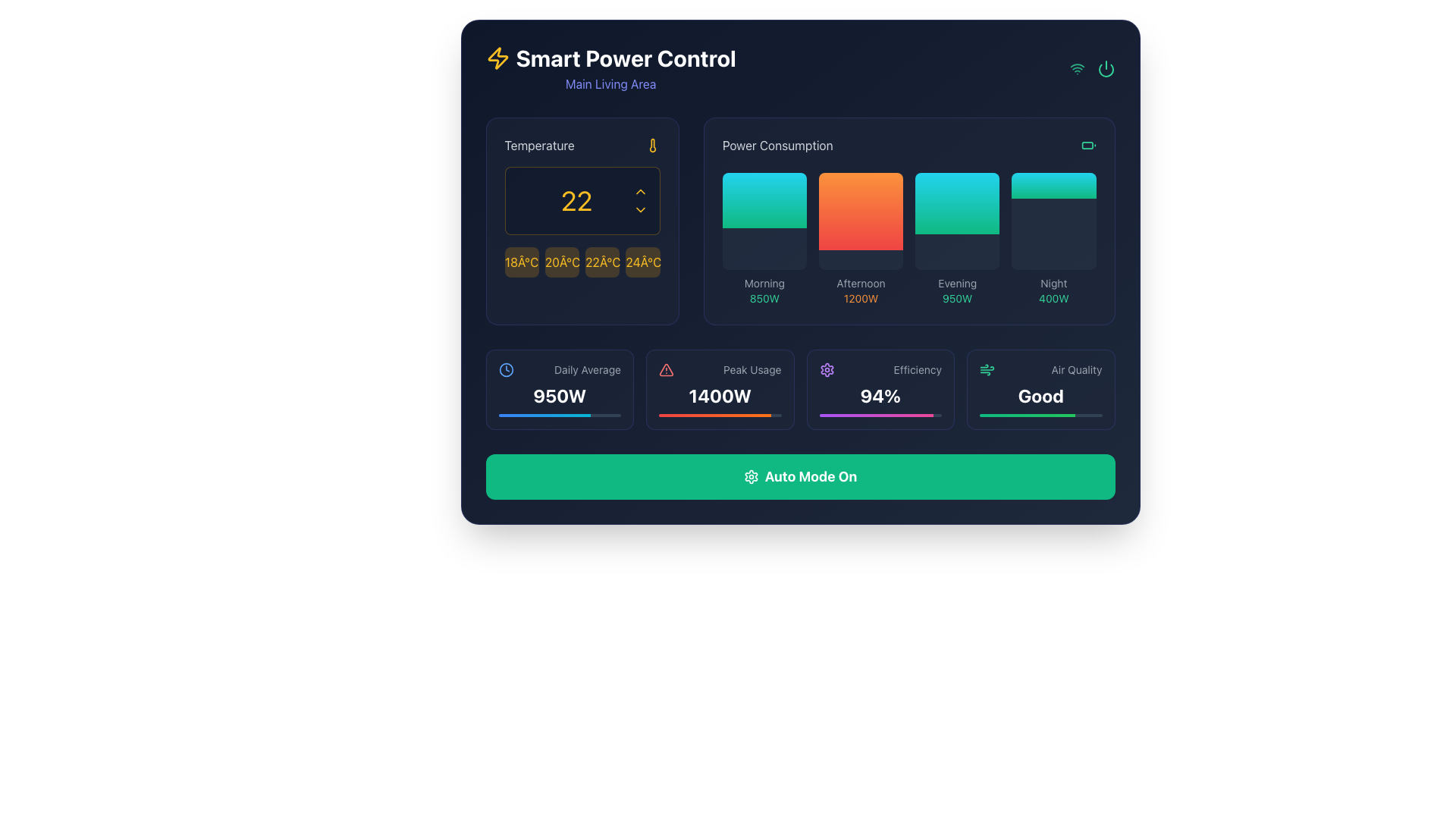 Image resolution: width=1456 pixels, height=819 pixels. I want to click on the static text label that provides context for the daily average power consumption value, located above the '950W' reading in the bottom-left quadrant of the interface, so click(587, 370).